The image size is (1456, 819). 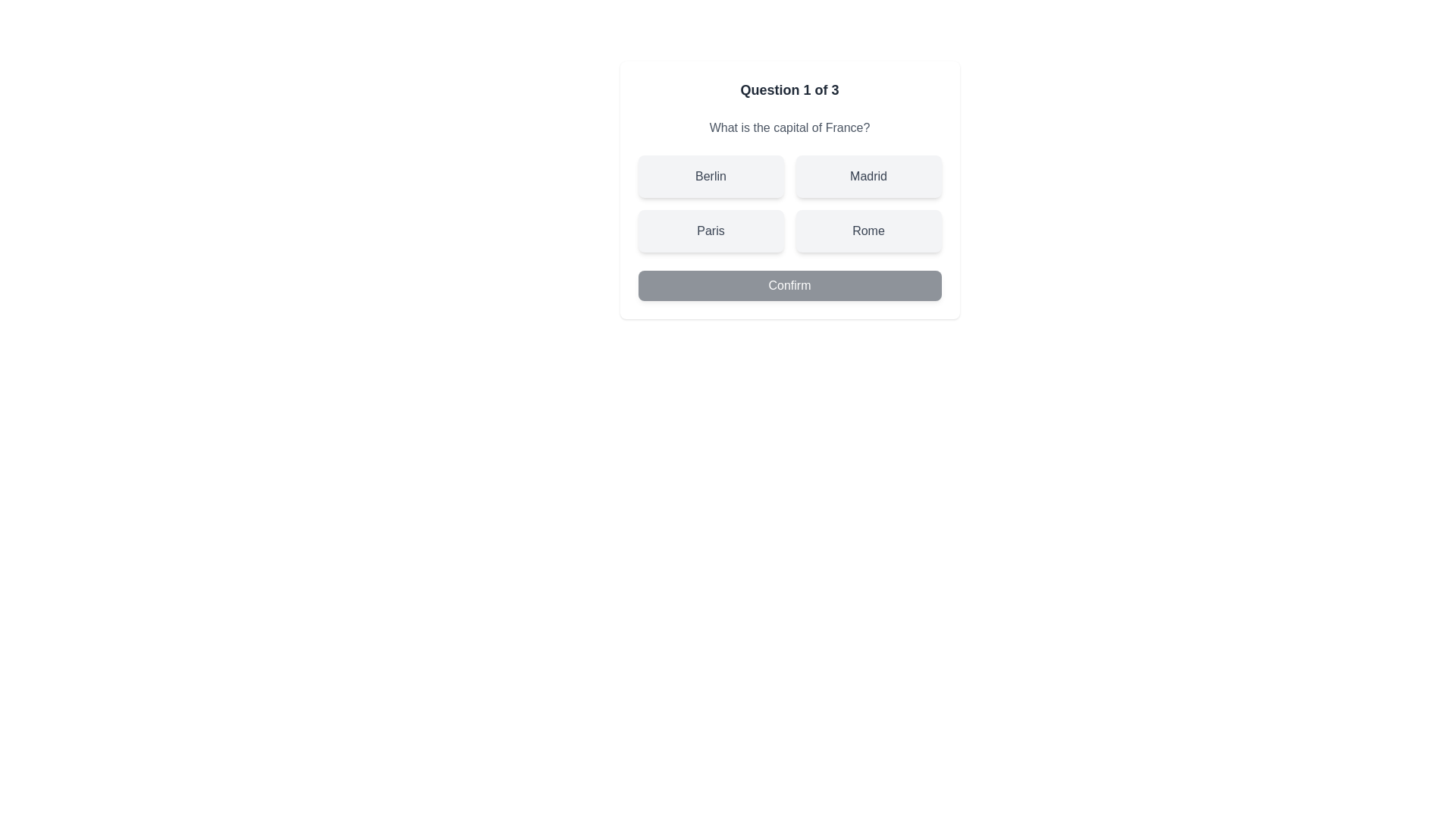 I want to click on the question text to read it, so click(x=789, y=127).